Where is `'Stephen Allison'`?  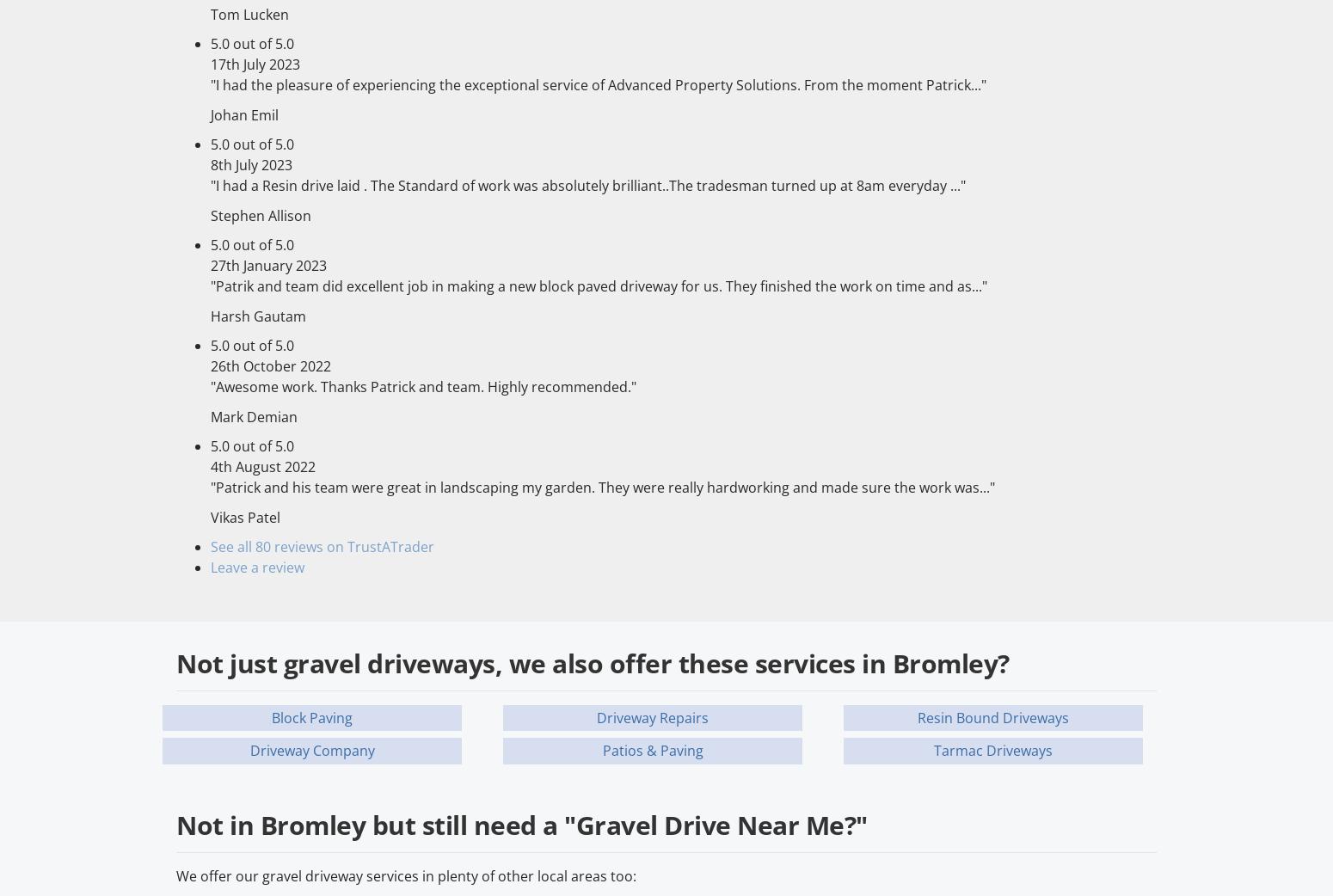 'Stephen Allison' is located at coordinates (261, 213).